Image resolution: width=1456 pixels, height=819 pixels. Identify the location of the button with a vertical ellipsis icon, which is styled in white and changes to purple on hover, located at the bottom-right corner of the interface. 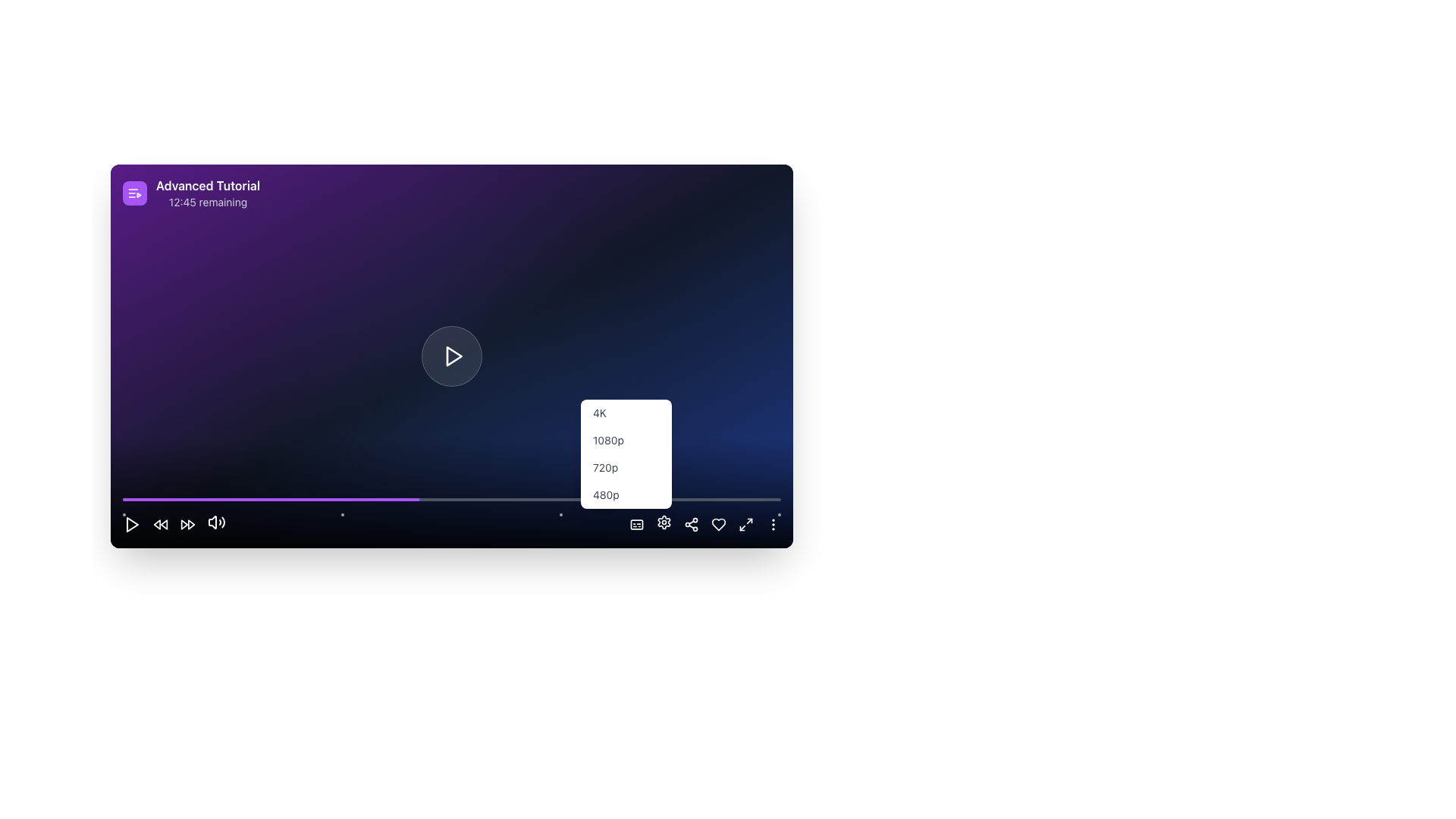
(773, 523).